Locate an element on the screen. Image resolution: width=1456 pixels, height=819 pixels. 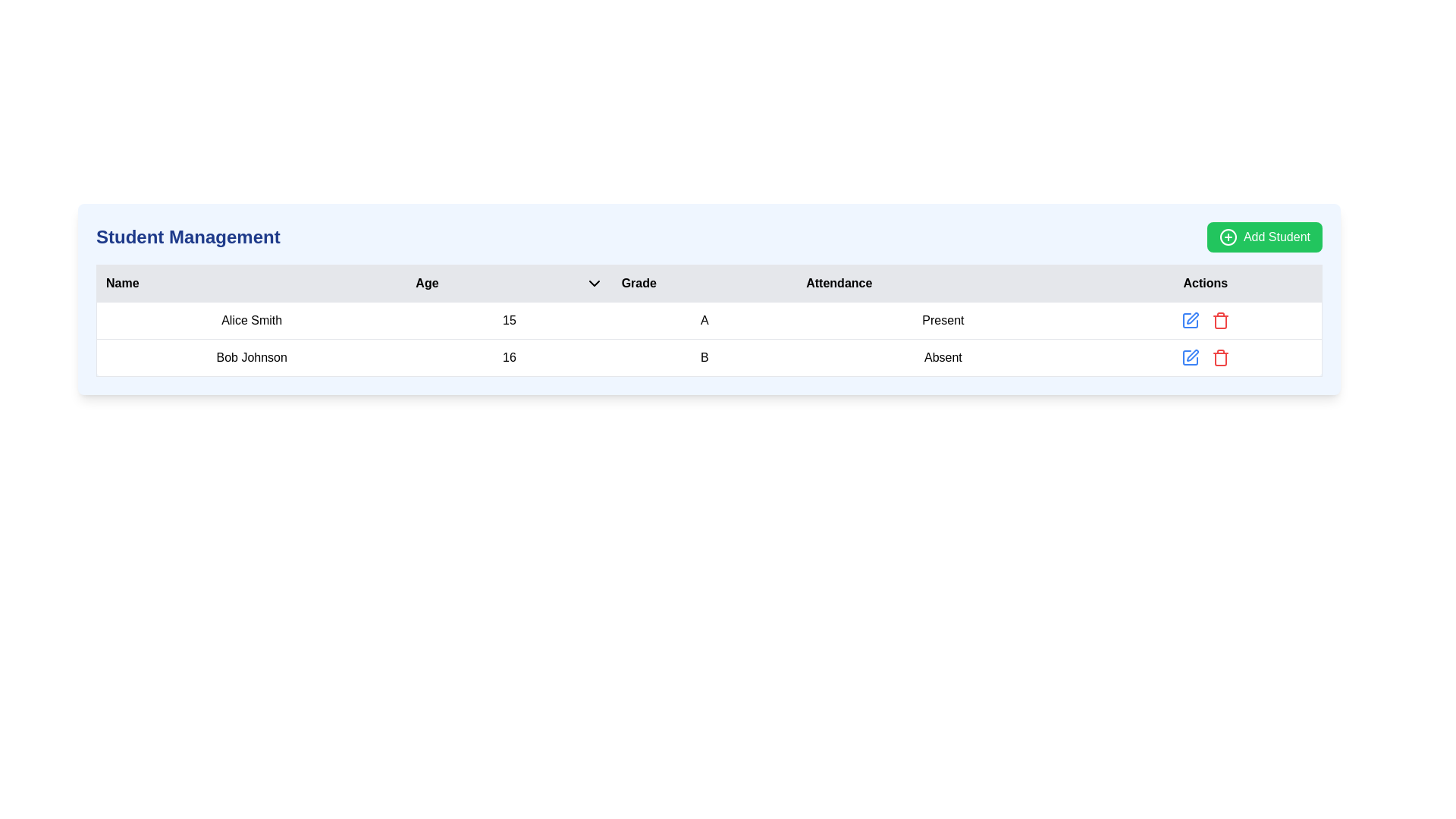
the control group containing the blue pen icon and the red trash bin icon positioned at the right end of the table row for 'Alice Smith, Age 15, Grade A, Attendance Present' is located at coordinates (1204, 320).